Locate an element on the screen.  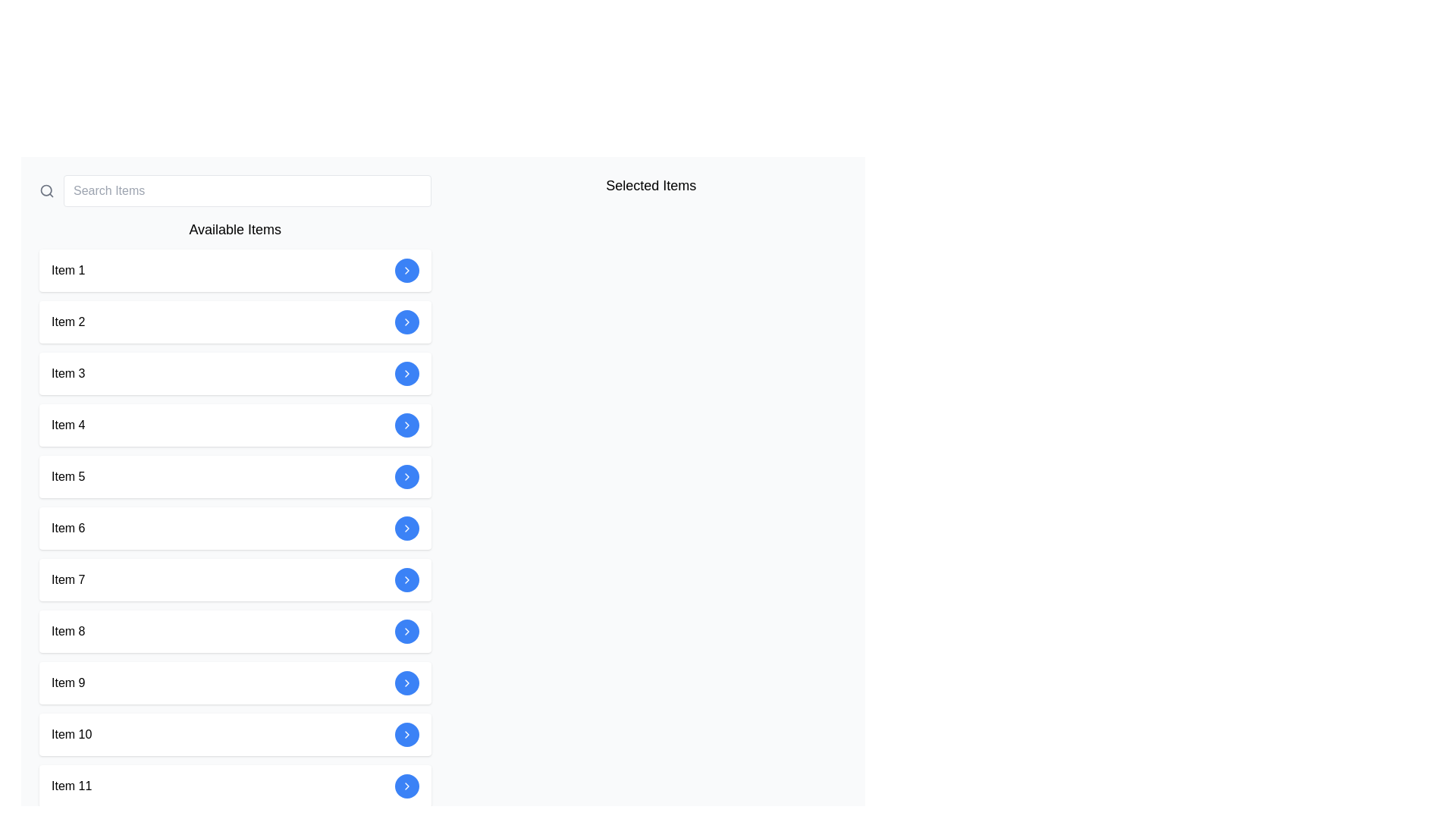
the button associated with 'Item 7' in the 'Available Items' list is located at coordinates (406, 579).